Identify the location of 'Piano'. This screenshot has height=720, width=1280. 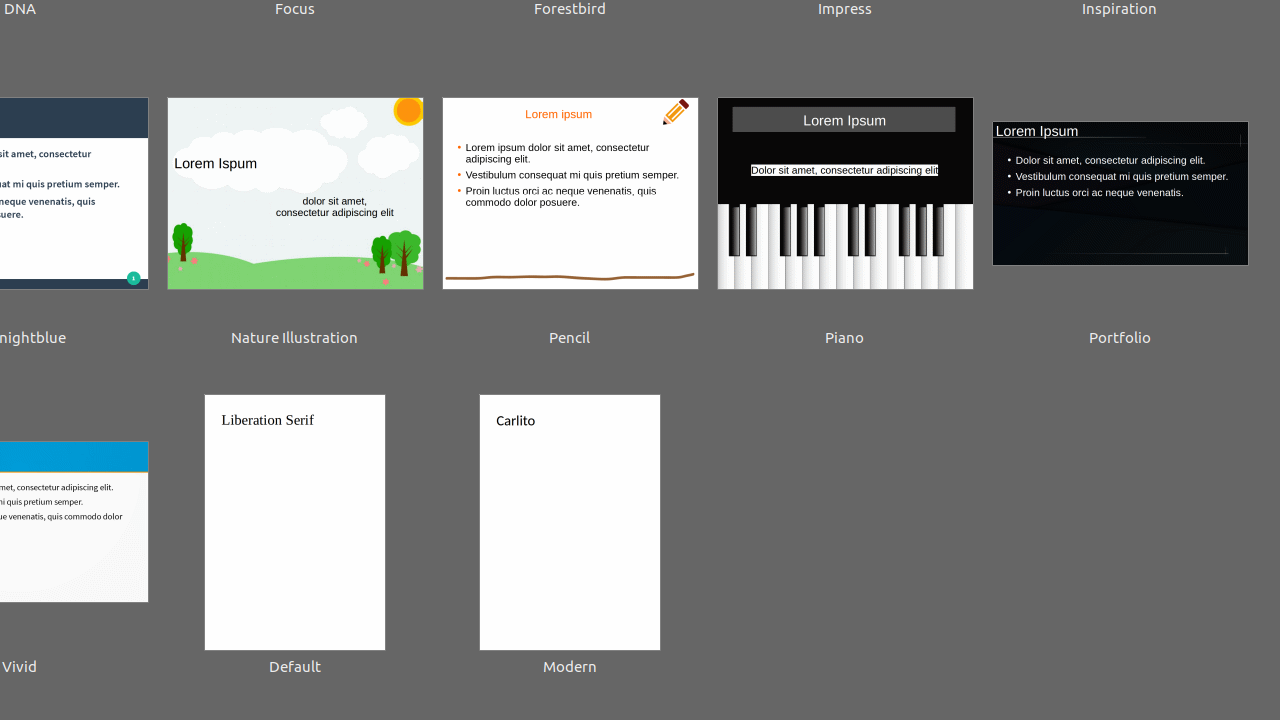
(845, 208).